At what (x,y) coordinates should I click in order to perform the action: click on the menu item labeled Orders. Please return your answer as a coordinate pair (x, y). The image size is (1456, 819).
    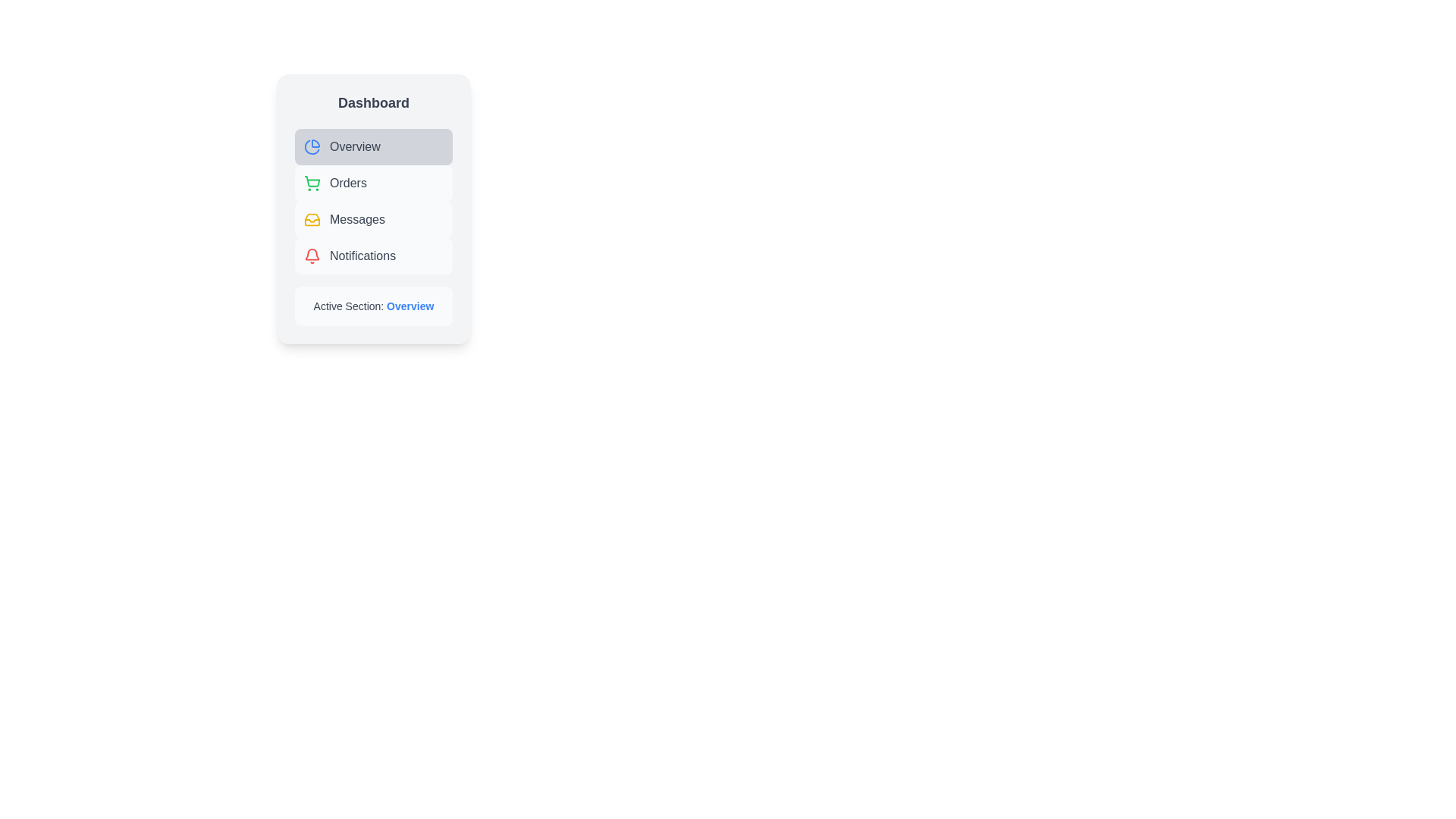
    Looking at the image, I should click on (374, 183).